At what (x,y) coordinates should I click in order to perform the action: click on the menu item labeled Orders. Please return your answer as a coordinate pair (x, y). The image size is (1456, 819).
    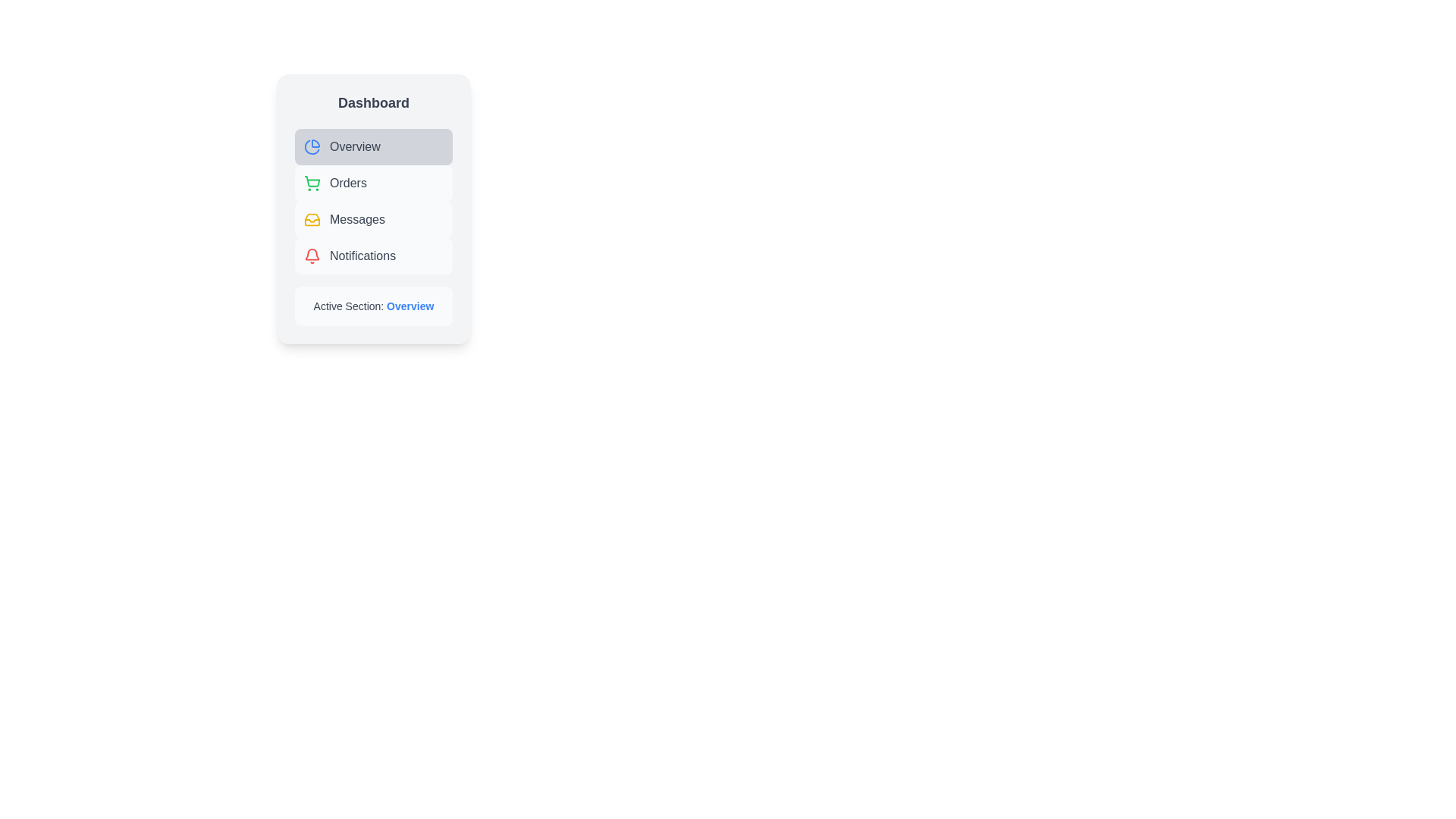
    Looking at the image, I should click on (374, 183).